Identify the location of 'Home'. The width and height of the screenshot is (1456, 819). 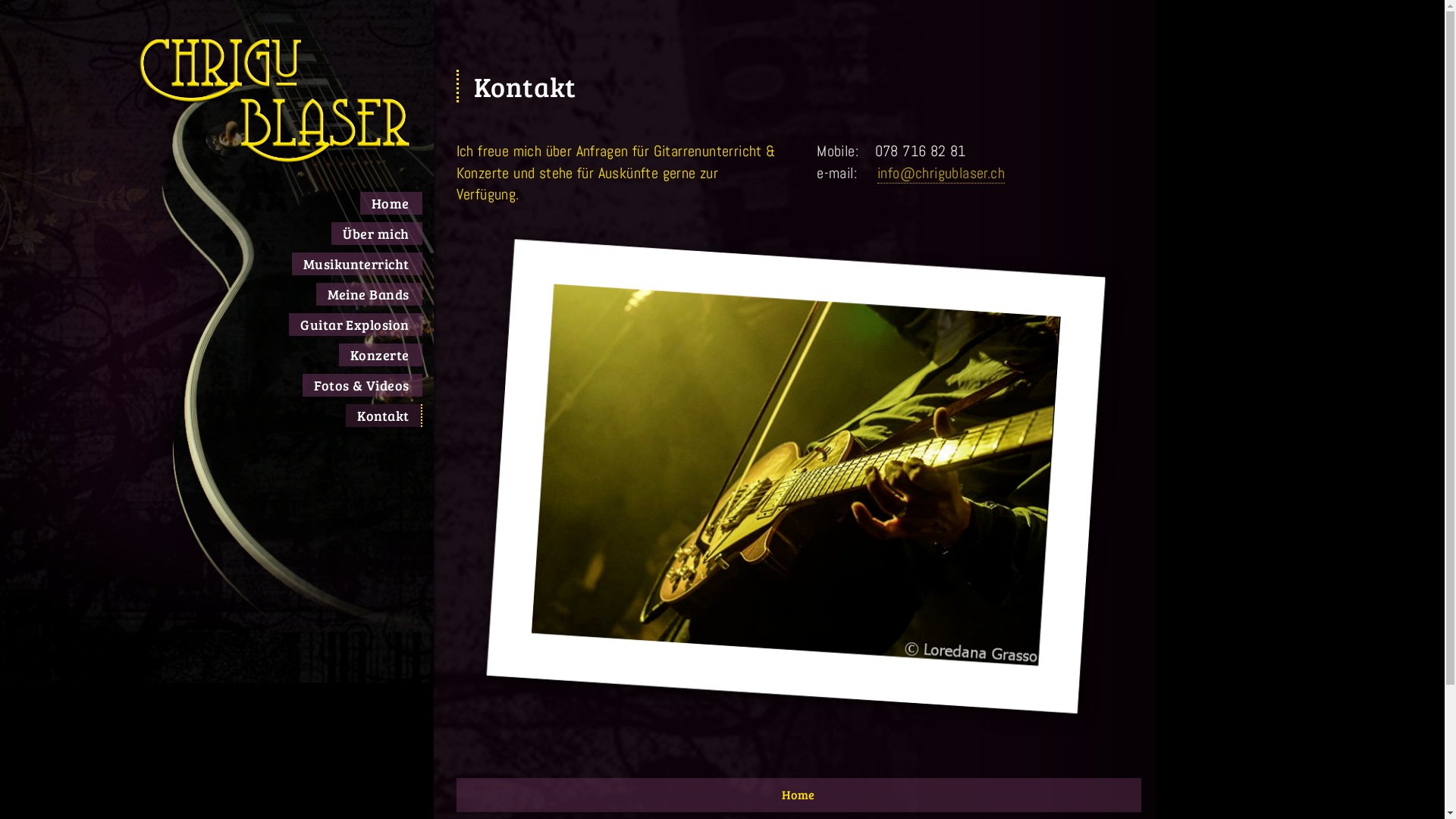
(443, 787).